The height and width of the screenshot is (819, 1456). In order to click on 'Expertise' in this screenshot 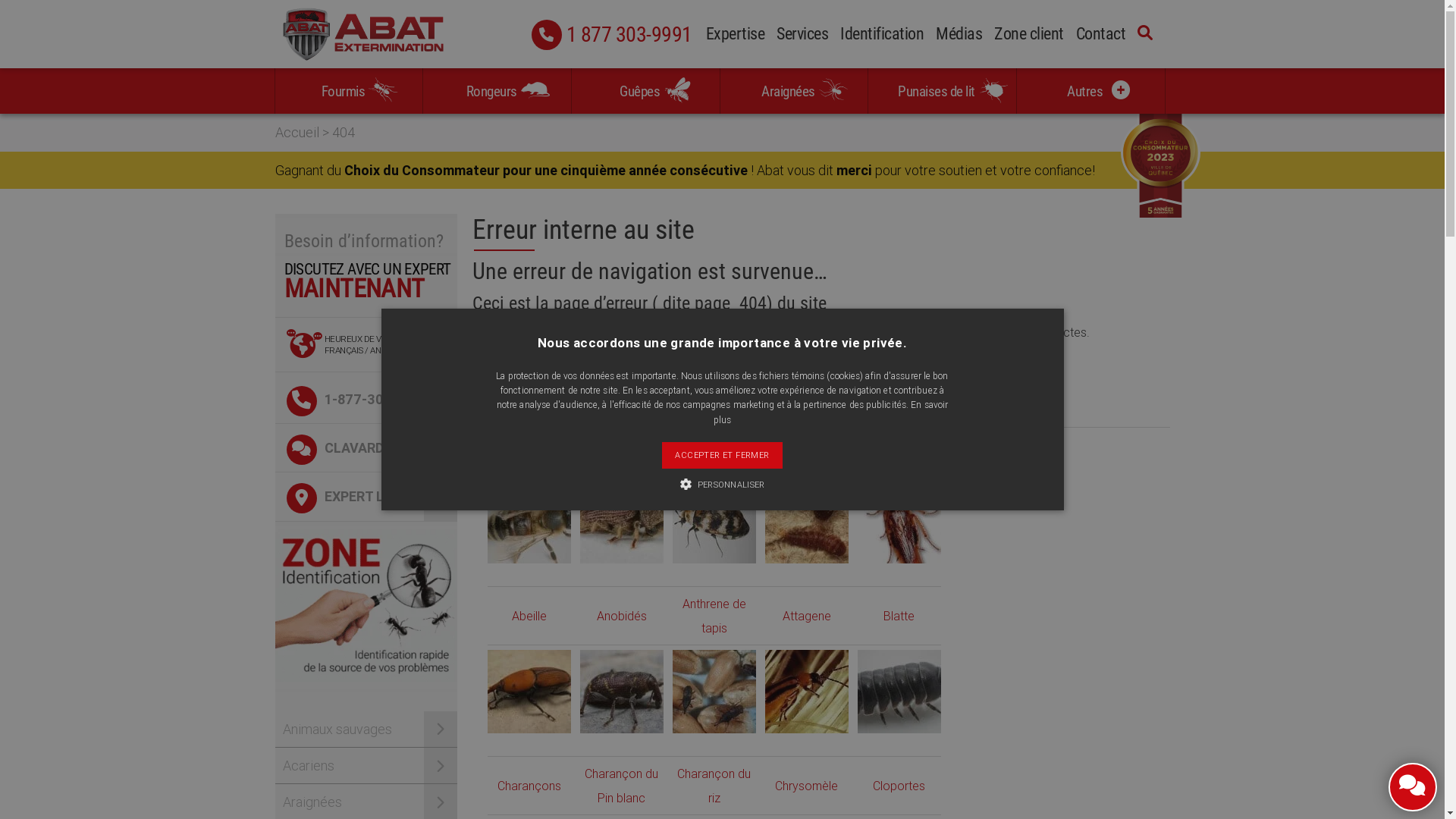, I will do `click(735, 35)`.